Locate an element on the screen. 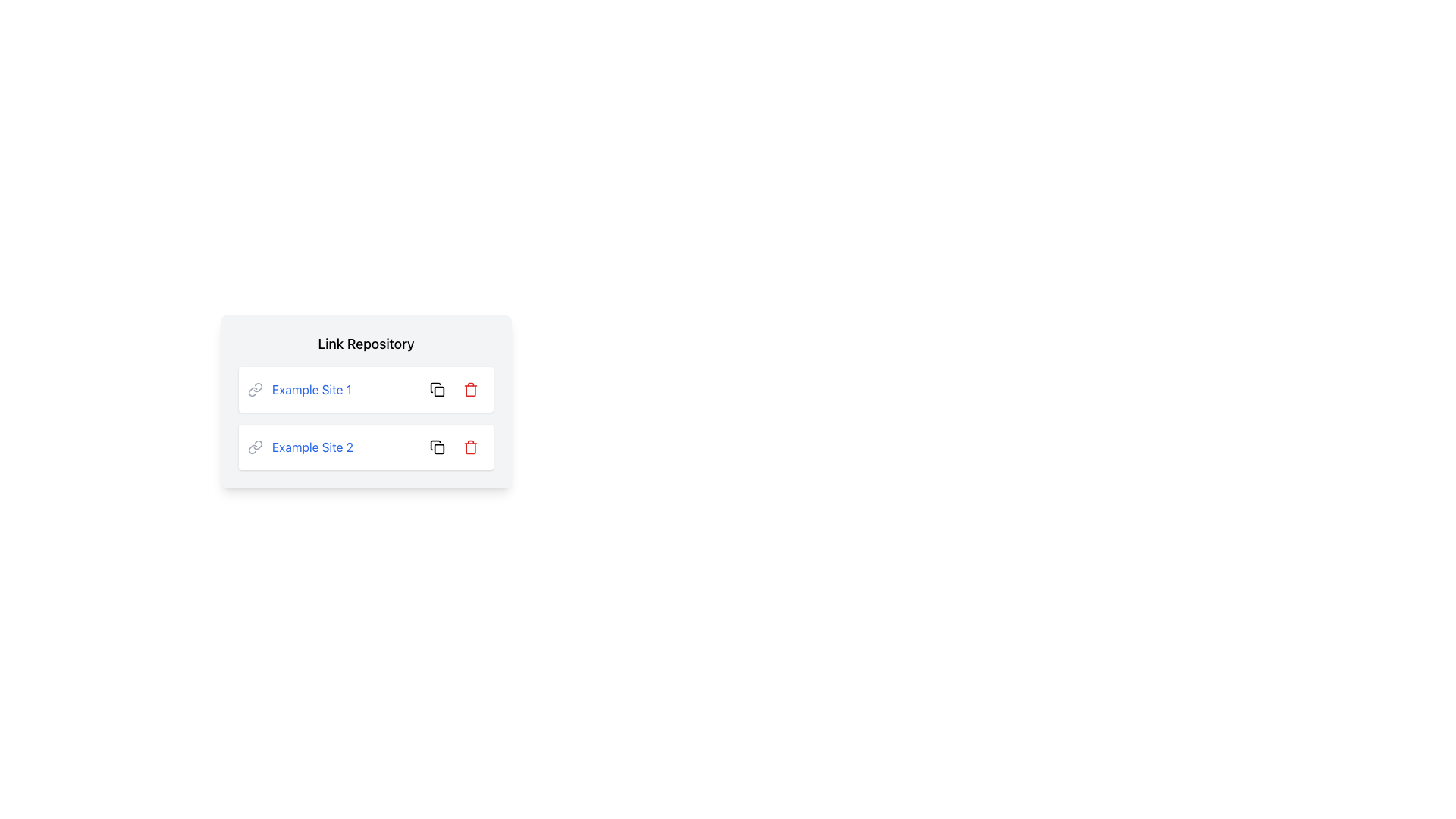  the small square button with a copy icon located next to the 'Example Site 1' label in the 'Link Repository' section is located at coordinates (436, 388).